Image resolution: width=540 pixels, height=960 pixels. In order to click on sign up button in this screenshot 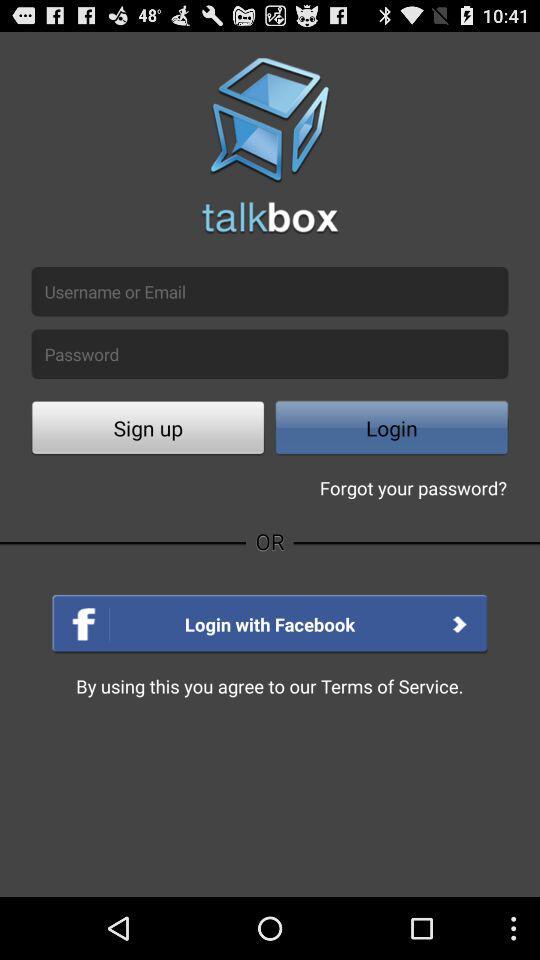, I will do `click(147, 430)`.